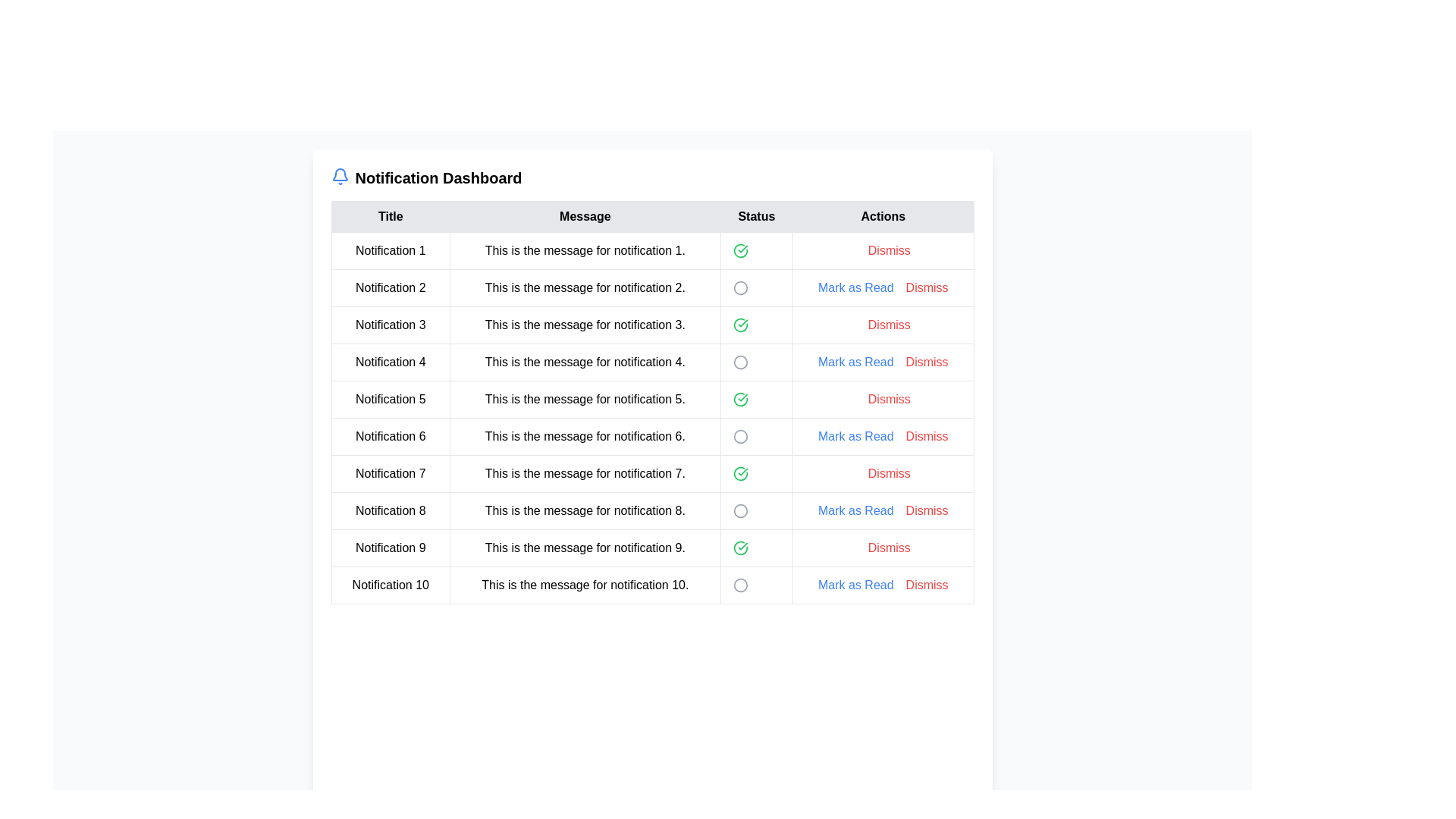  What do you see at coordinates (740, 288) in the screenshot?
I see `the Circular graphic icon in the 'Status' column of the notification table for 'Notification 2', which visually represents the status of the associated notification` at bounding box center [740, 288].